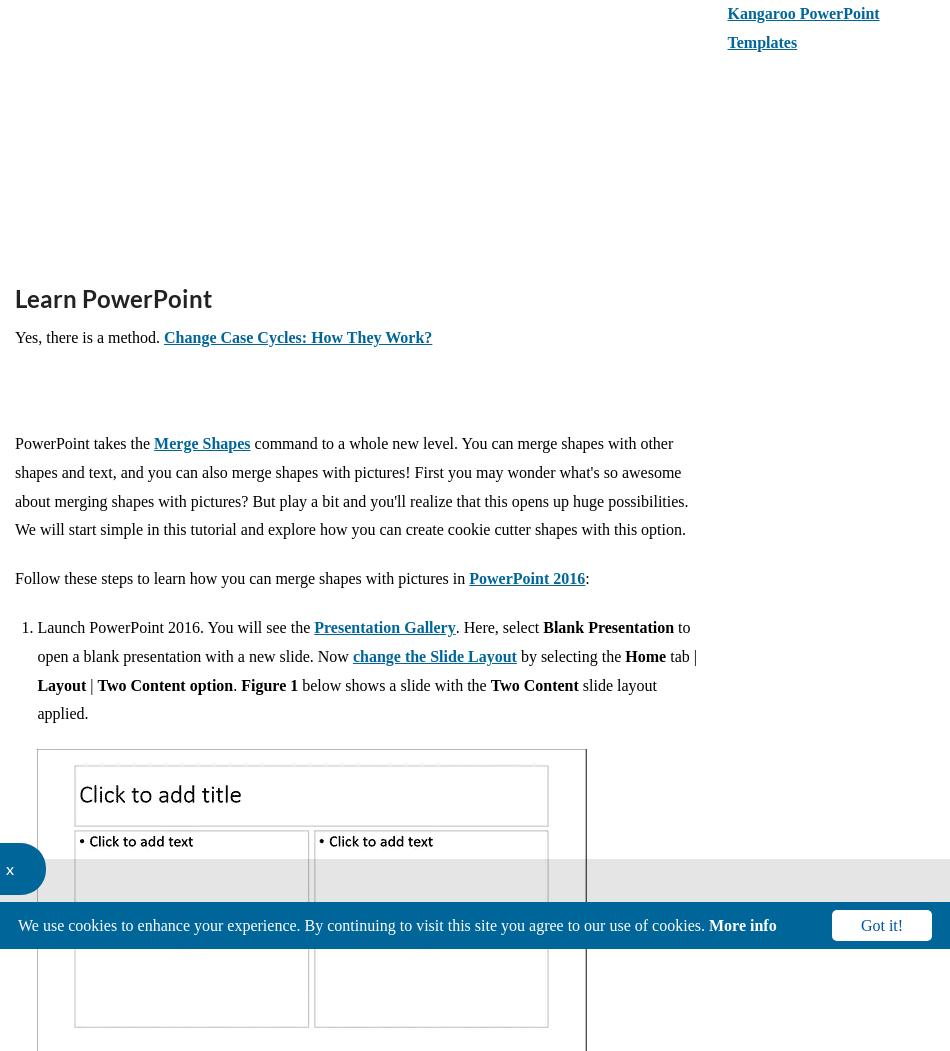 Image resolution: width=950 pixels, height=1051 pixels. Describe the element at coordinates (233, 684) in the screenshot. I see `'.'` at that location.